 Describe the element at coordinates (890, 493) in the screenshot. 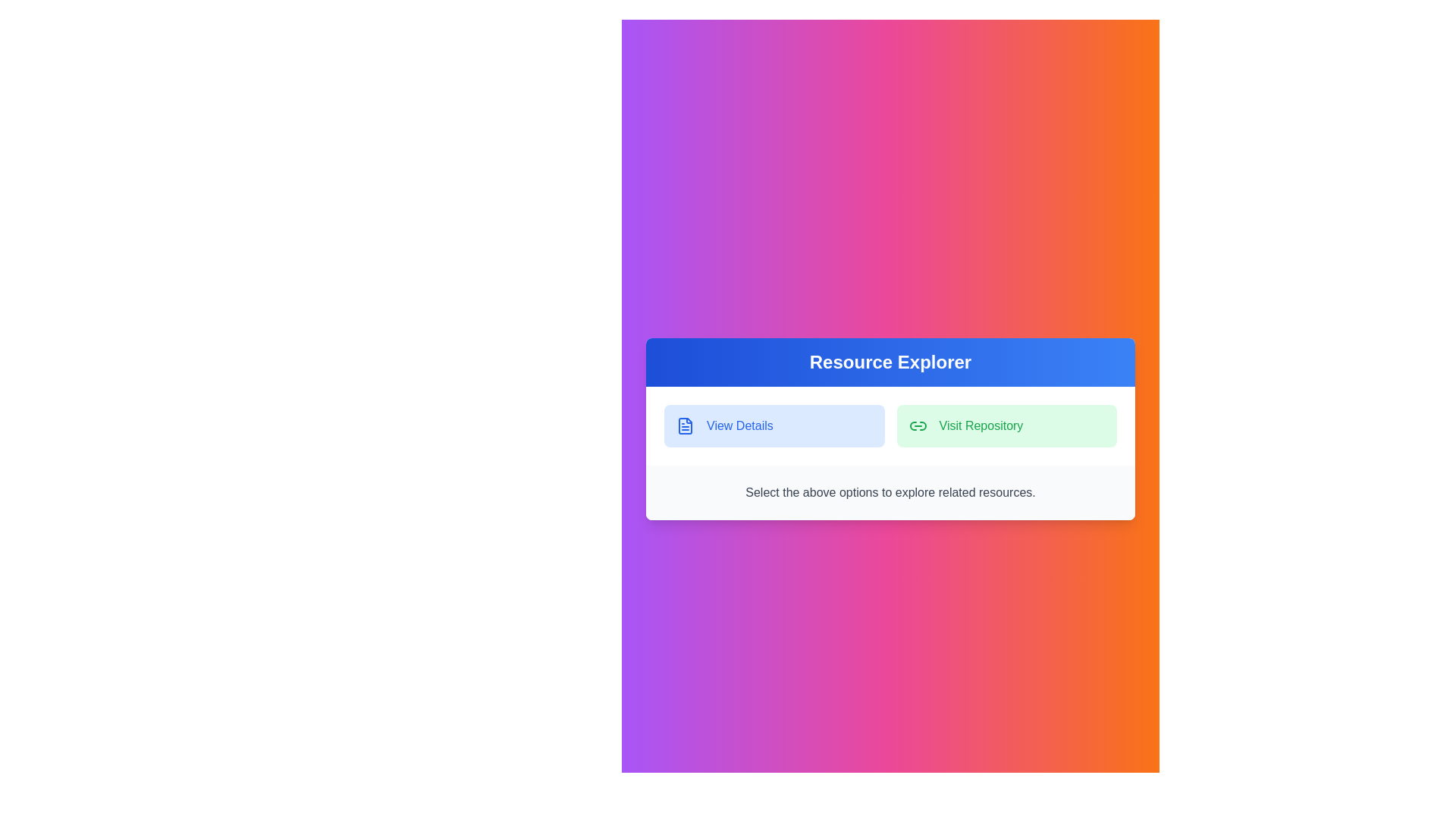

I see `informational Text label located at the bottom of the 'Resource Explorer' card, which provides guidance related to the actions above it` at that location.